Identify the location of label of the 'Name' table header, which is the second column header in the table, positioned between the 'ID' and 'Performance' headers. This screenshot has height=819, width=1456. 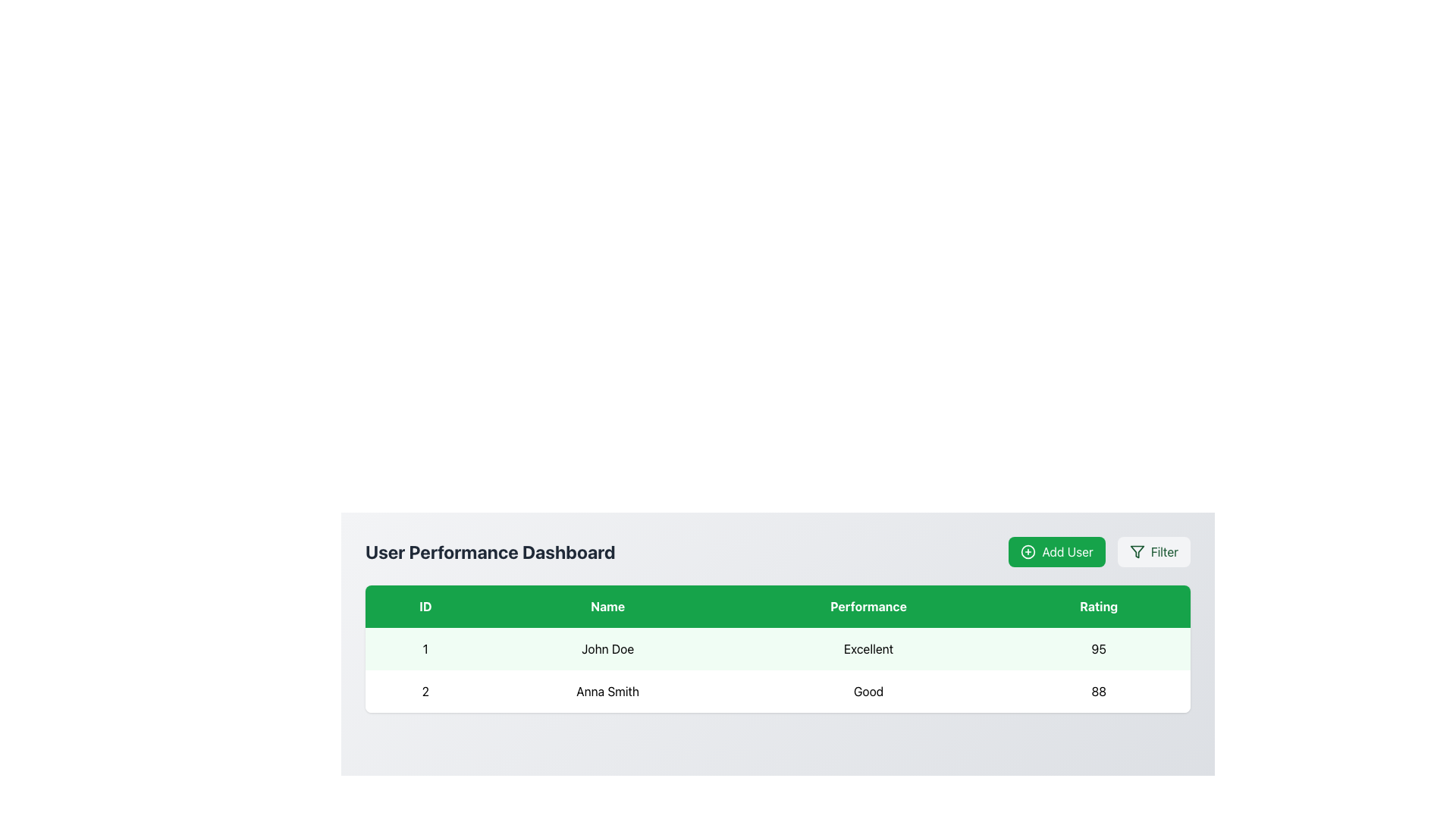
(607, 605).